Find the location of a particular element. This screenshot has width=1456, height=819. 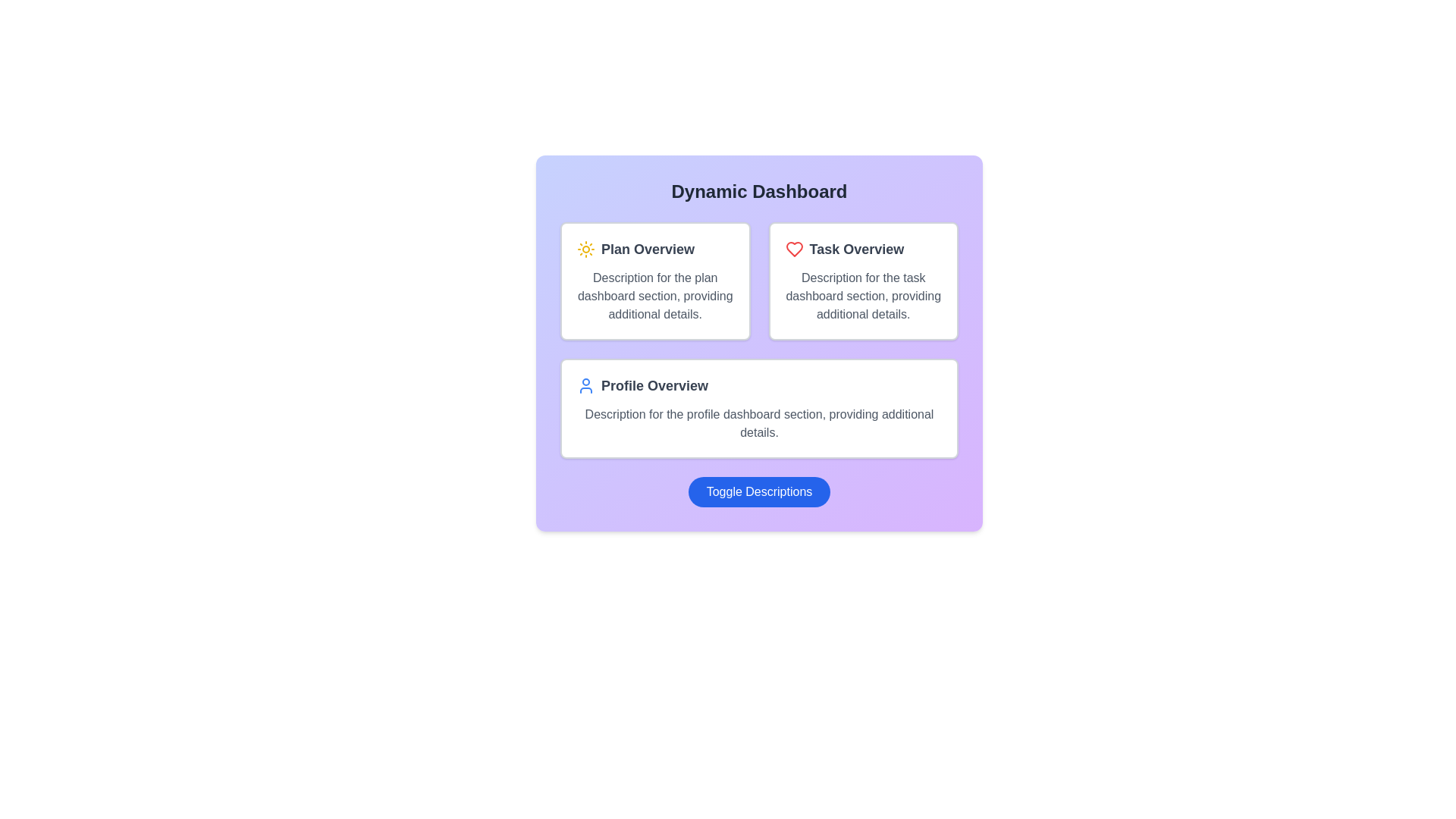

text label displaying 'Task Overview', which is styled in bold and dark gray color, located next to a heart icon in the top-right quadrant of the interface is located at coordinates (856, 248).